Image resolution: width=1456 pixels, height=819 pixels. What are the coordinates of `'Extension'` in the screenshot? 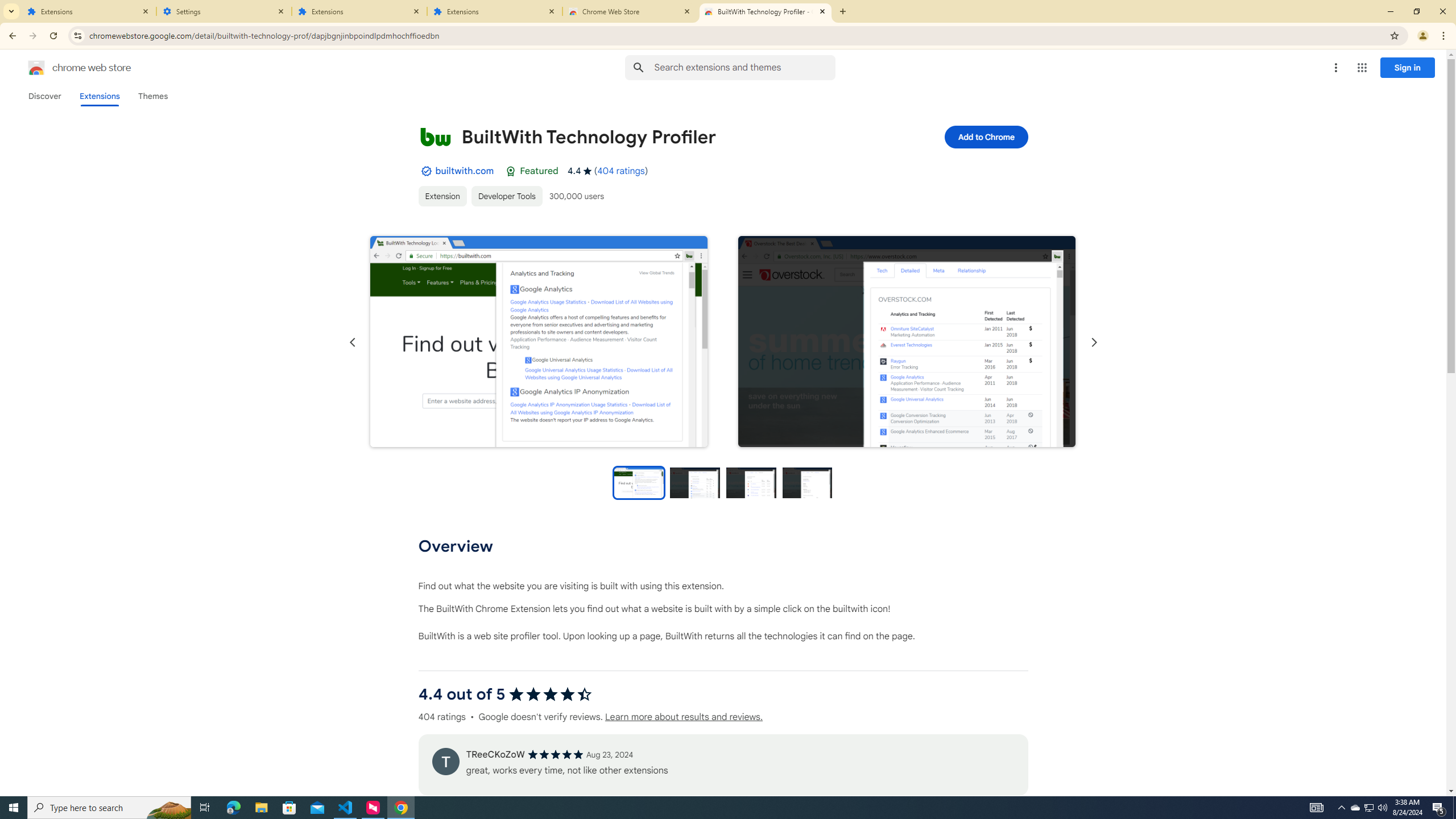 It's located at (442, 196).